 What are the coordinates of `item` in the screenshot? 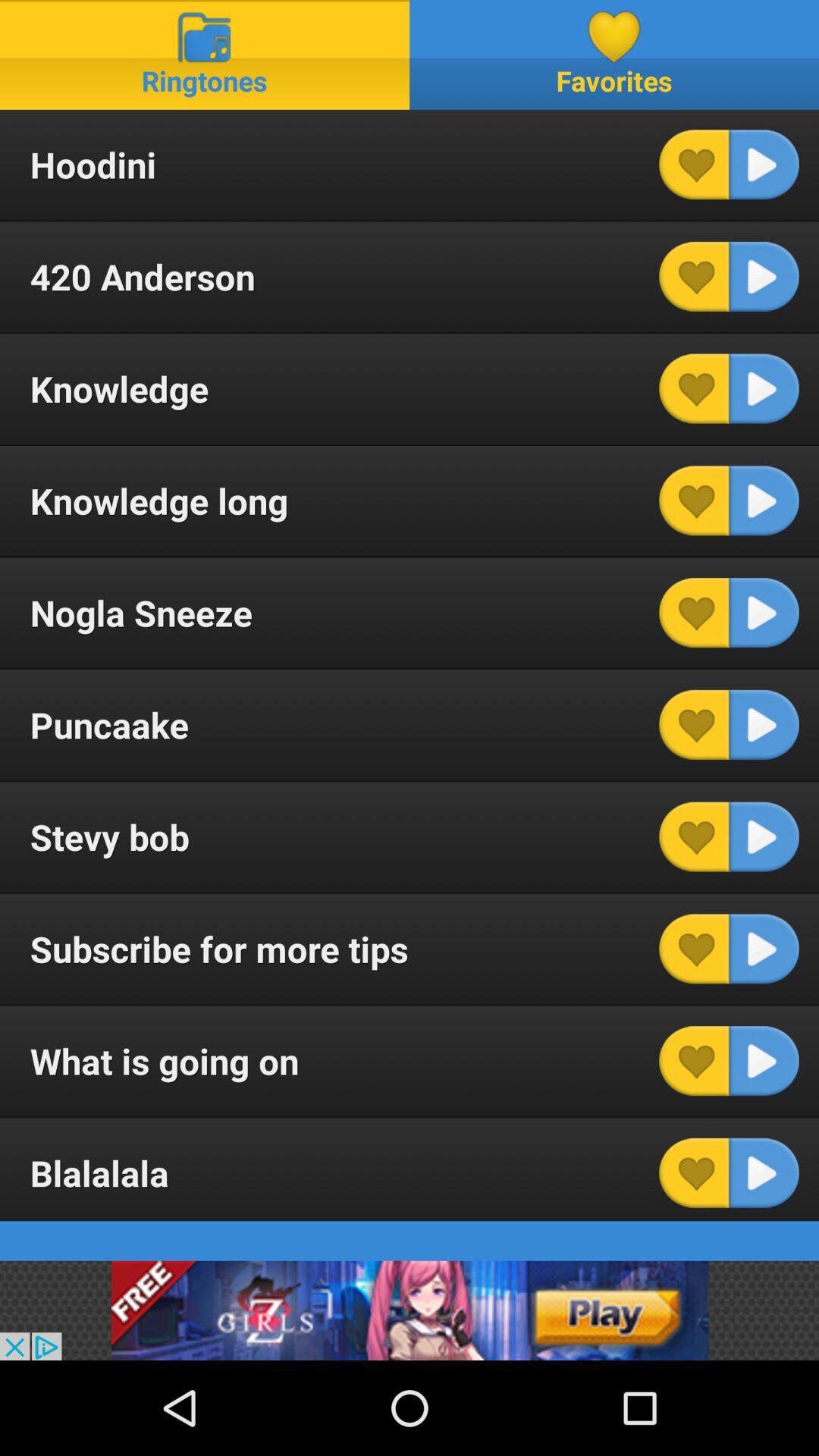 It's located at (694, 1060).